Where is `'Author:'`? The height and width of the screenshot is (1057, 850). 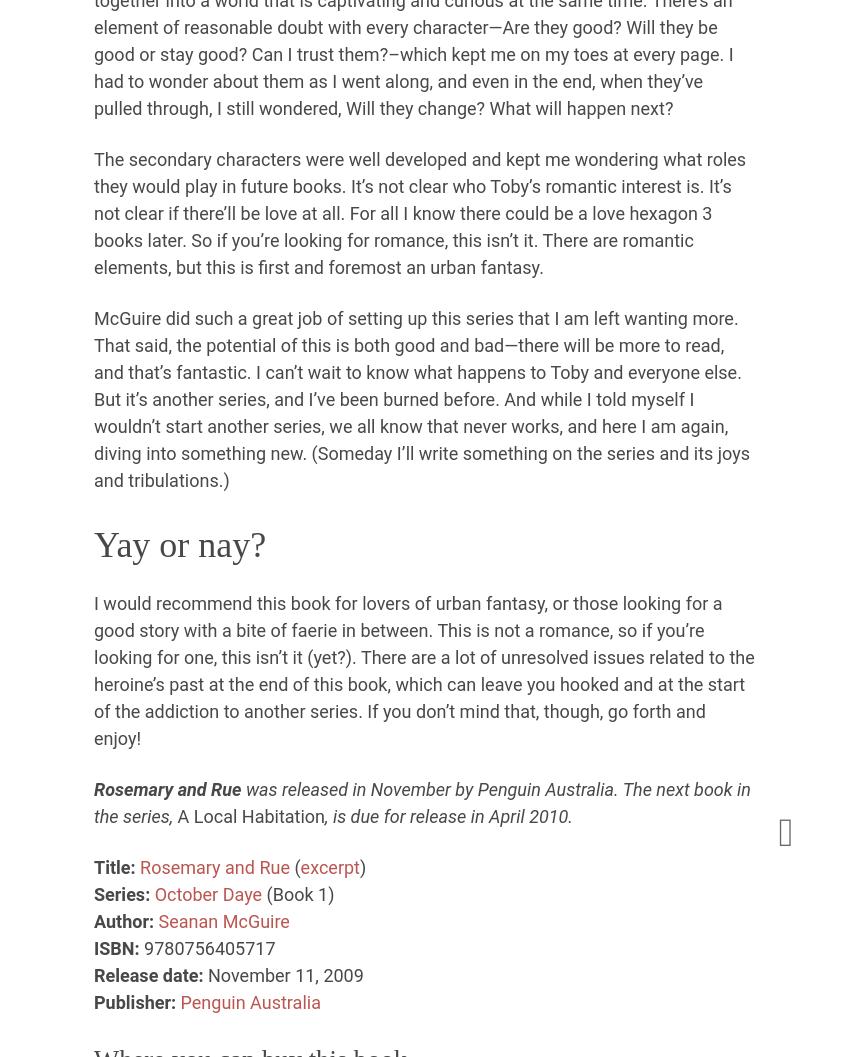 'Author:' is located at coordinates (123, 920).